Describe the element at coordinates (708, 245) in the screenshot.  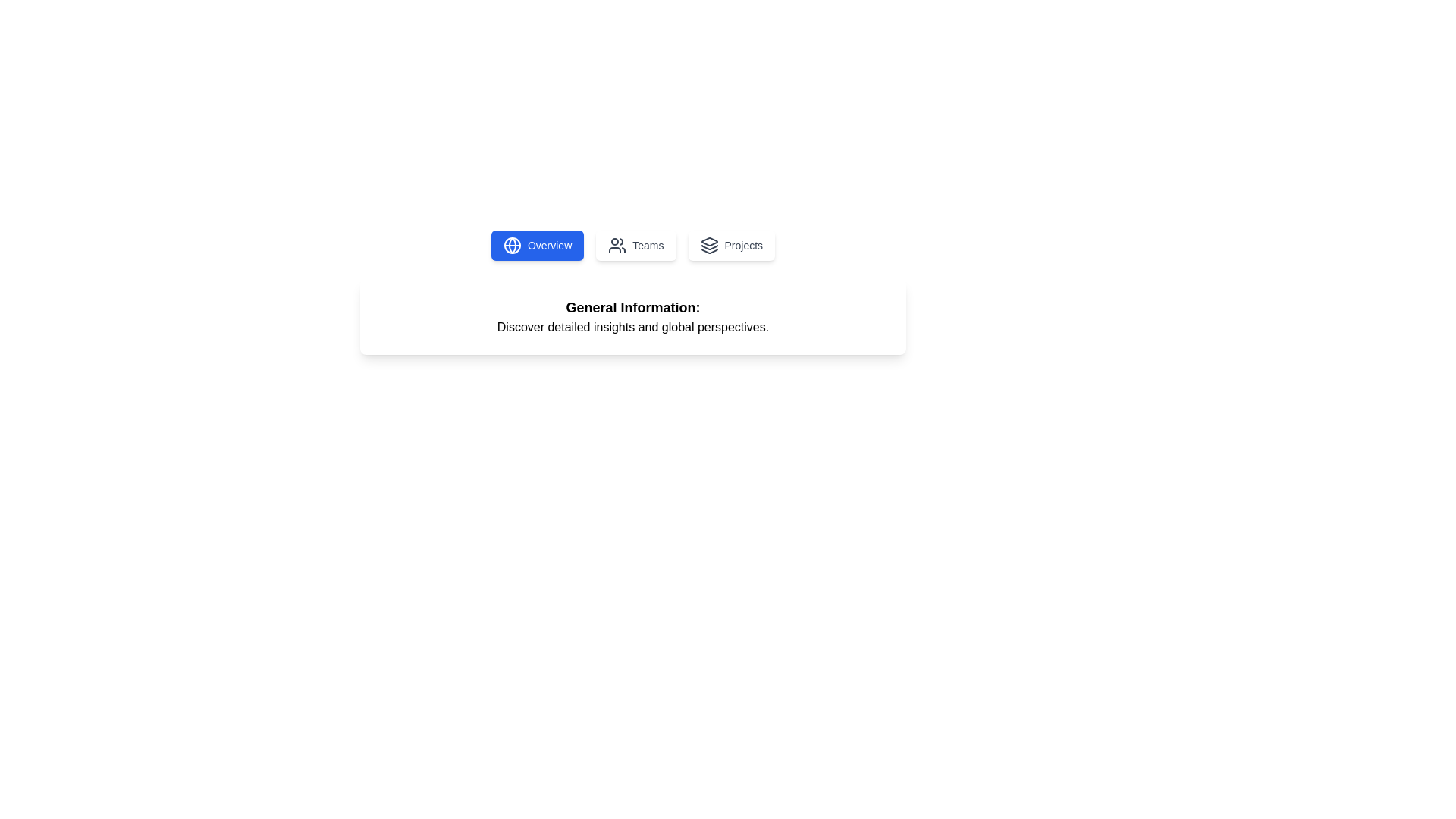
I see `the 'Projects' icon, which is part of a button on the rightmost side of a horizontal row of buttons, used for navigation or selection in the interface` at that location.